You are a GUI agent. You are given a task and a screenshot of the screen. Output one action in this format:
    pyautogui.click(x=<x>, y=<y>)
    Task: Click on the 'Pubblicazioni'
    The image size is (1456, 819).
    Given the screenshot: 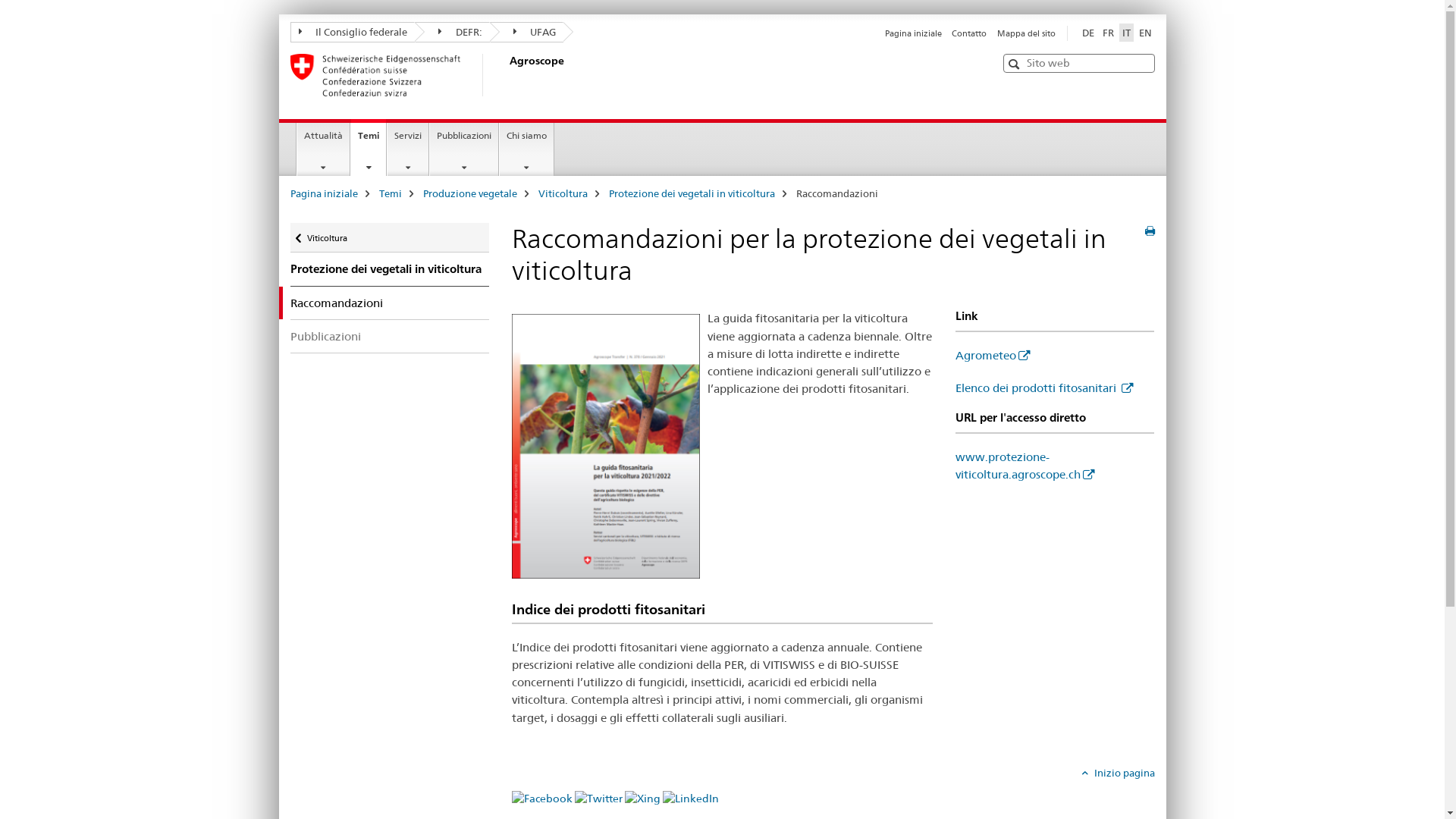 What is the action you would take?
    pyautogui.click(x=463, y=149)
    